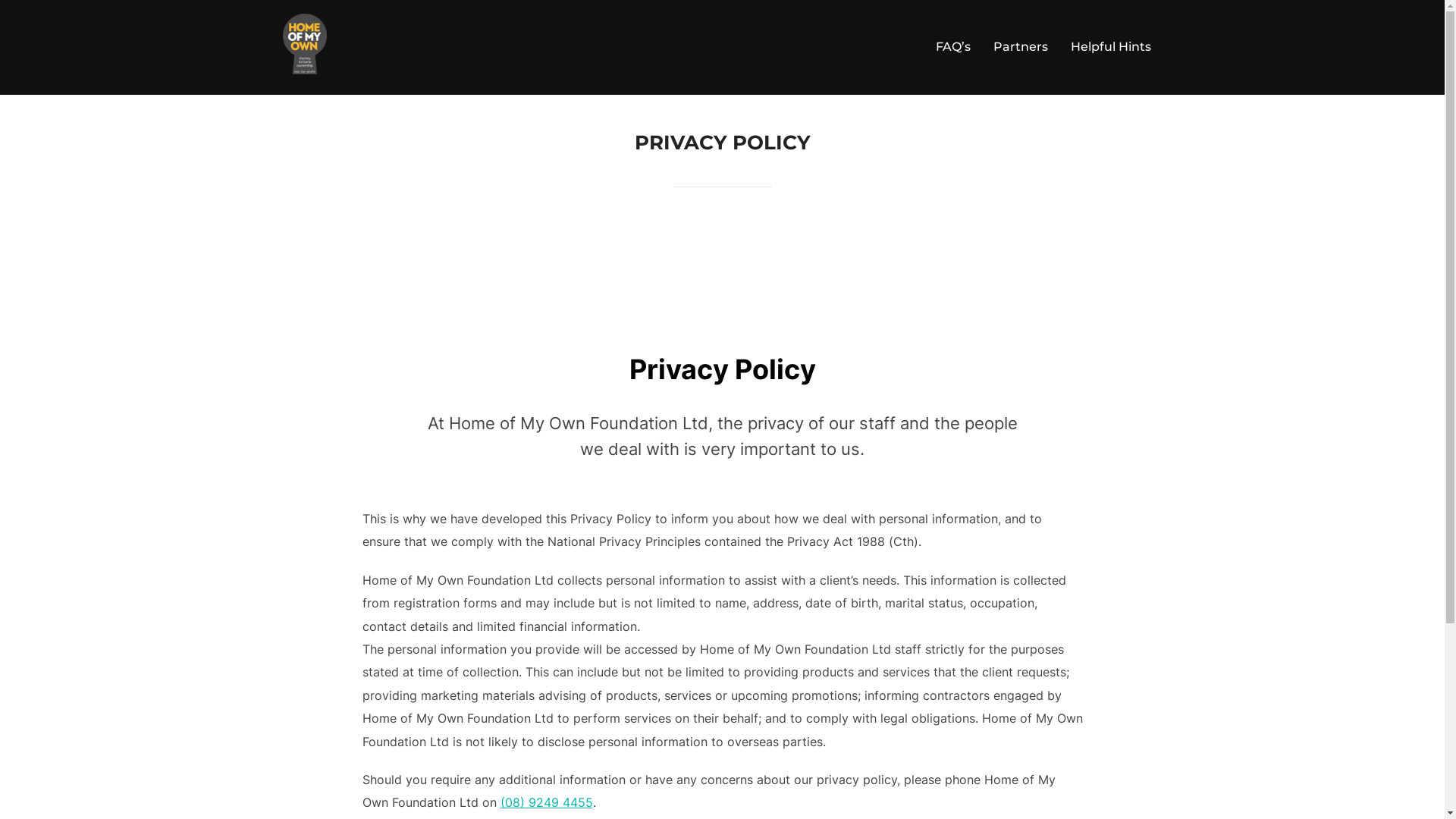 This screenshot has width=1456, height=819. Describe the element at coordinates (546, 801) in the screenshot. I see `'(08) 9249 4455'` at that location.